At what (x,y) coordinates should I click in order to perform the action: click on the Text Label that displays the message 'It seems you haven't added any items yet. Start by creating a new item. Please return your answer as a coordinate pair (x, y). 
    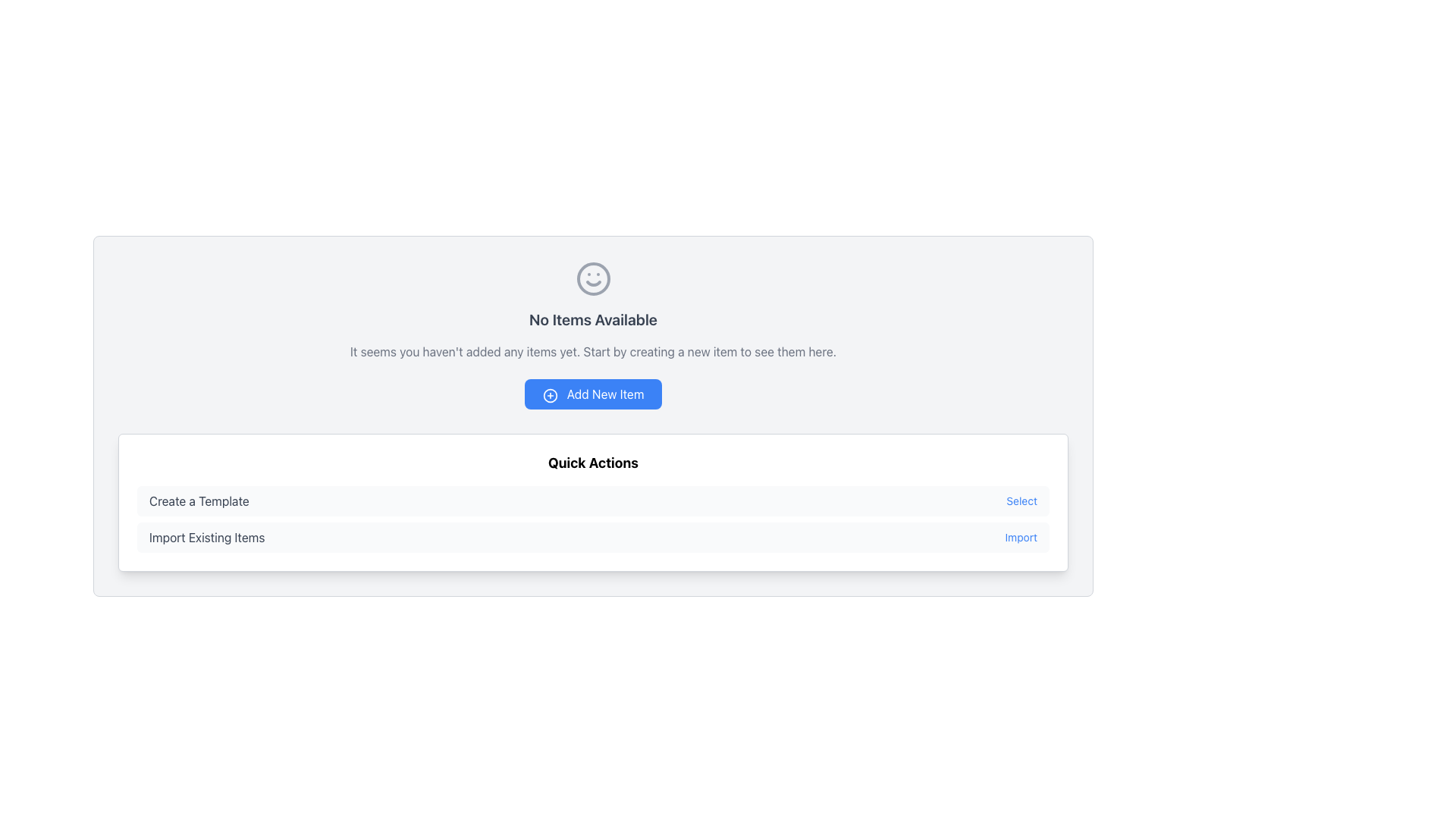
    Looking at the image, I should click on (592, 351).